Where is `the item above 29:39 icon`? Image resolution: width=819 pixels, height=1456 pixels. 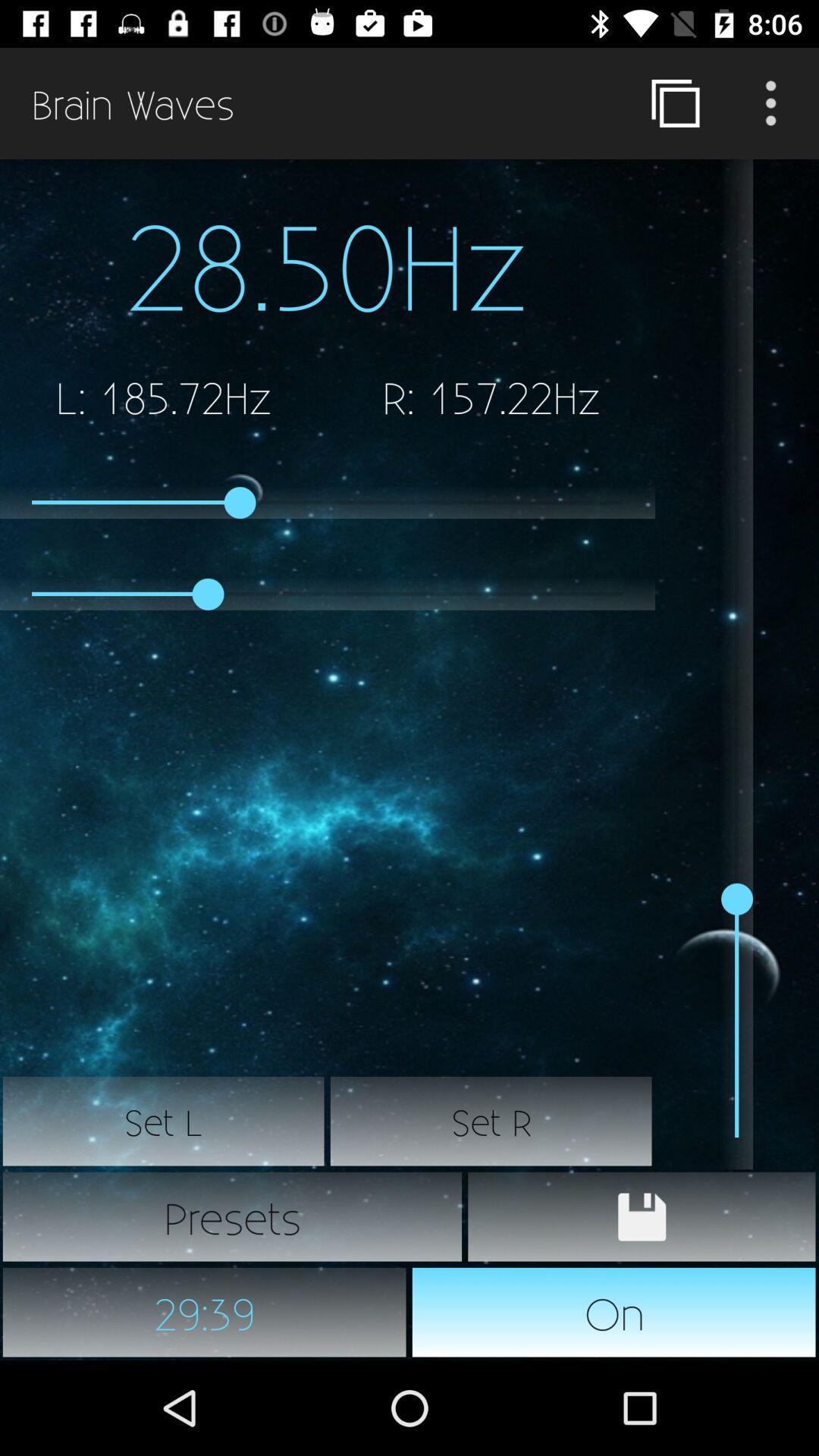
the item above 29:39 icon is located at coordinates (232, 1216).